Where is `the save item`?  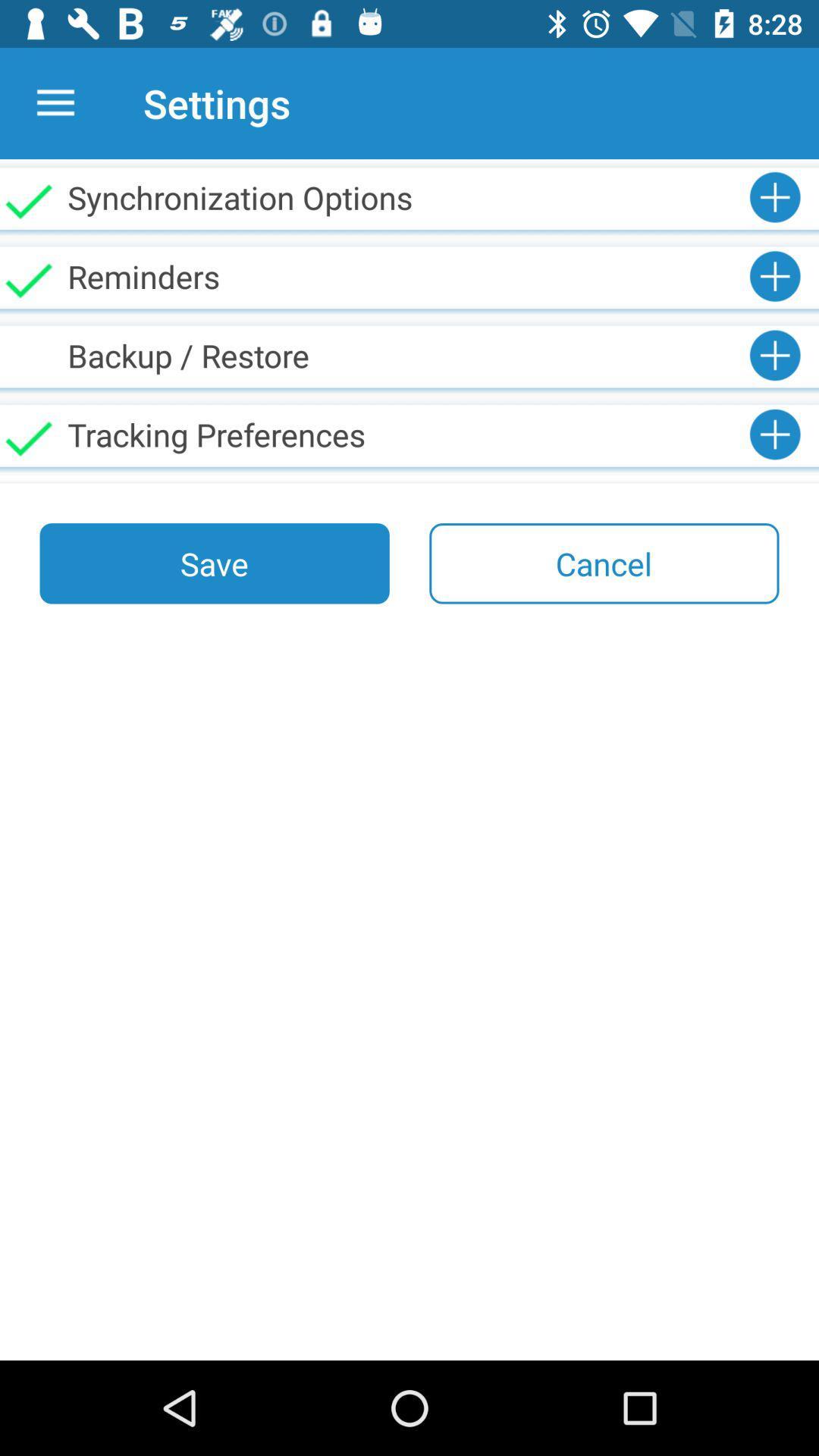 the save item is located at coordinates (215, 563).